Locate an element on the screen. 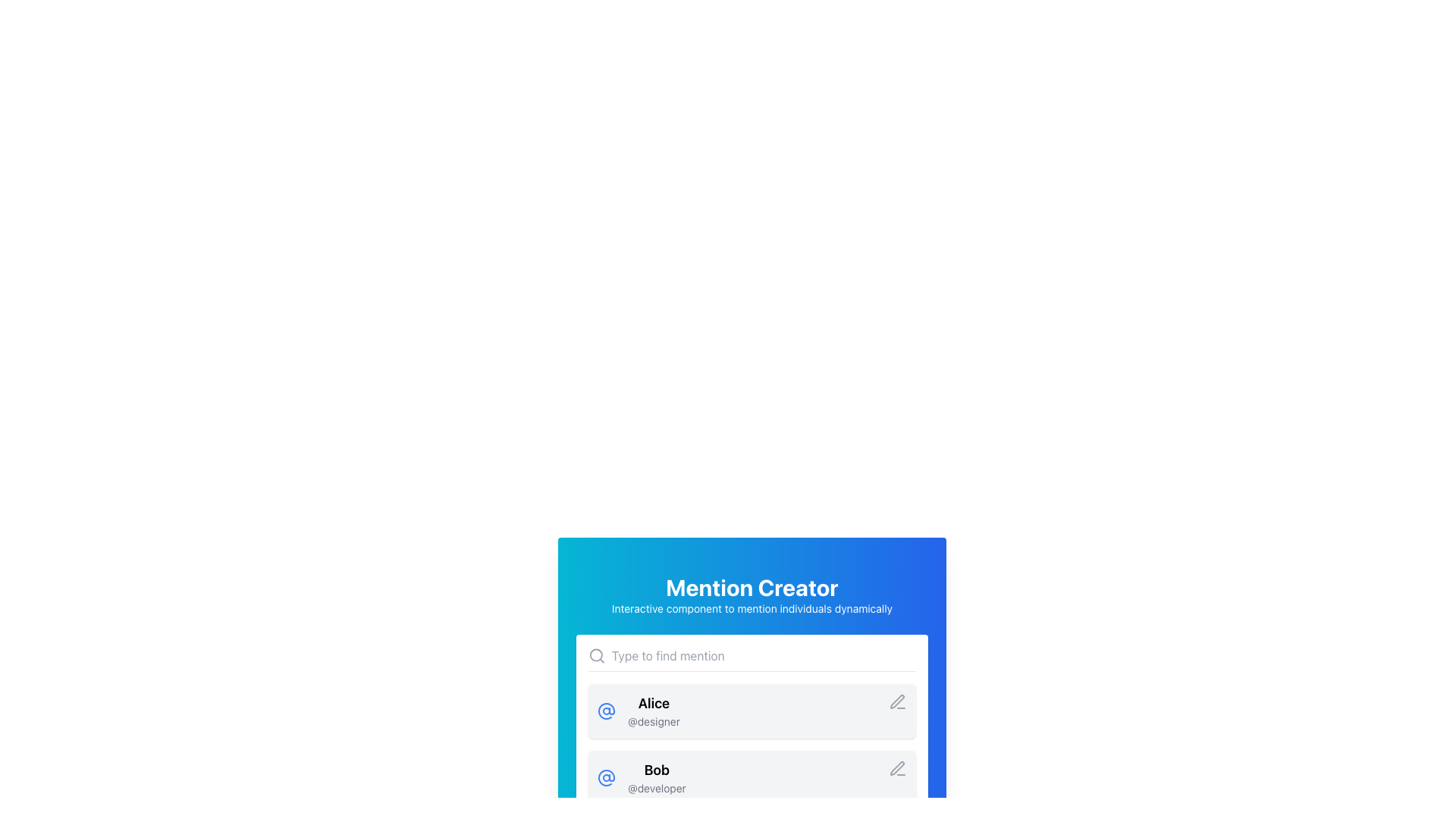 The width and height of the screenshot is (1456, 819). the '@' icon with a blue outline located to the left of the profile labeled 'Bob' in the second profile entry of the list is located at coordinates (607, 711).